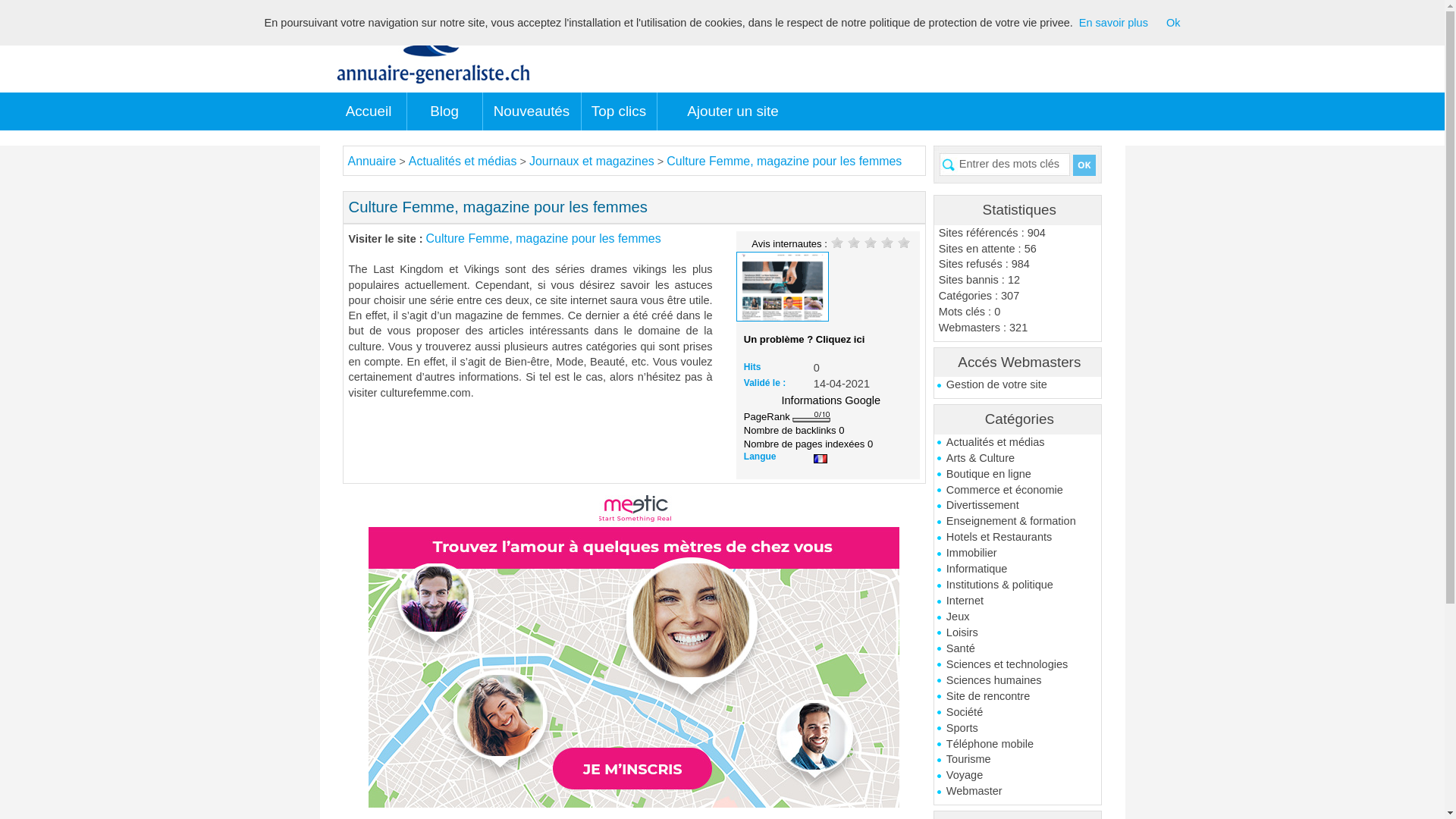 The width and height of the screenshot is (1456, 819). Describe the element at coordinates (1018, 759) in the screenshot. I see `'Tourisme'` at that location.